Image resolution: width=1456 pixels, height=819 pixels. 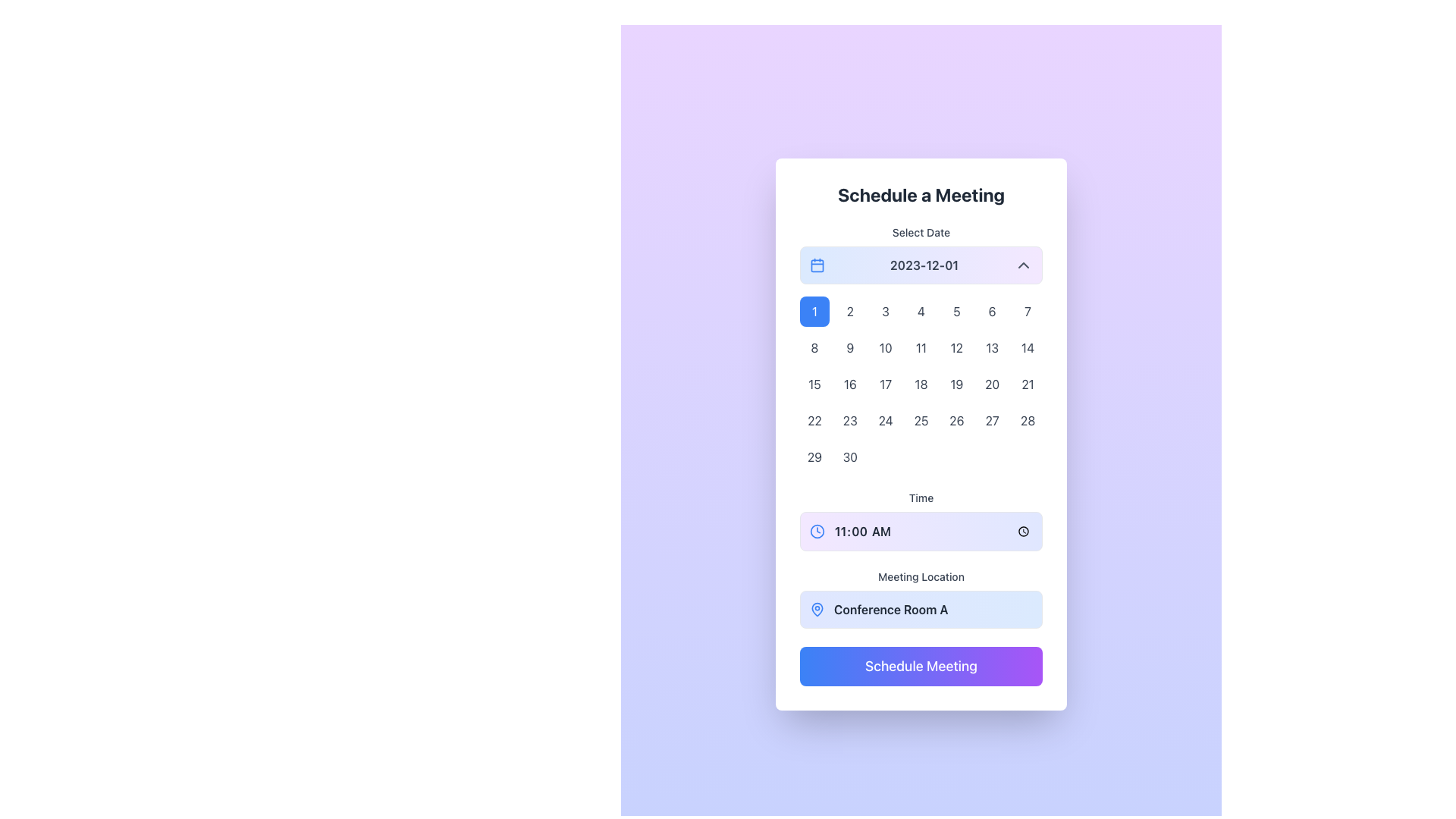 I want to click on the button displaying the number '29' located in the lower-right corner of the grid calendar layout for accessibility interactions, so click(x=814, y=456).